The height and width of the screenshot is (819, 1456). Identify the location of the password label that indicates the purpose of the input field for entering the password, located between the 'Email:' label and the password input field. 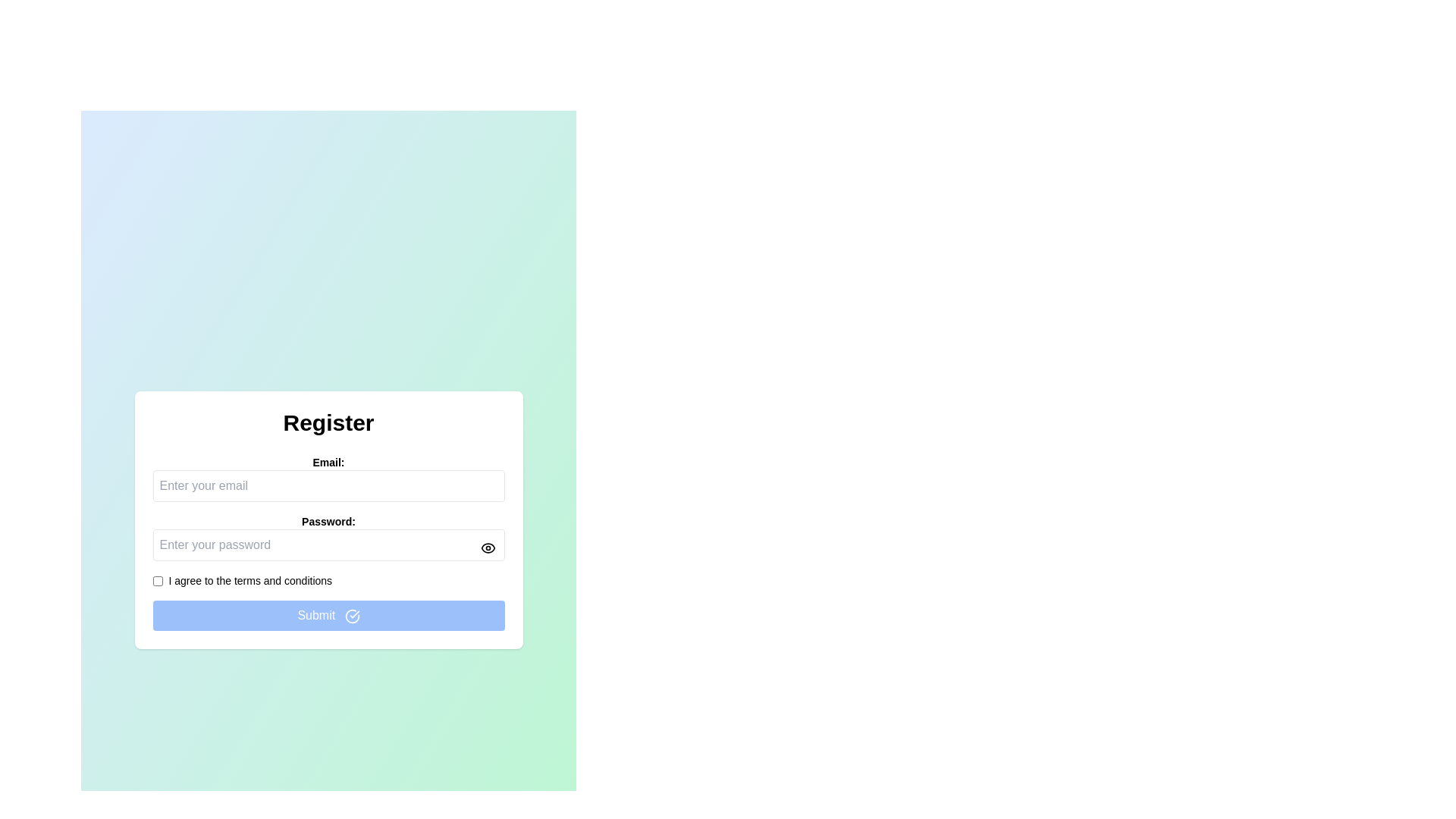
(328, 520).